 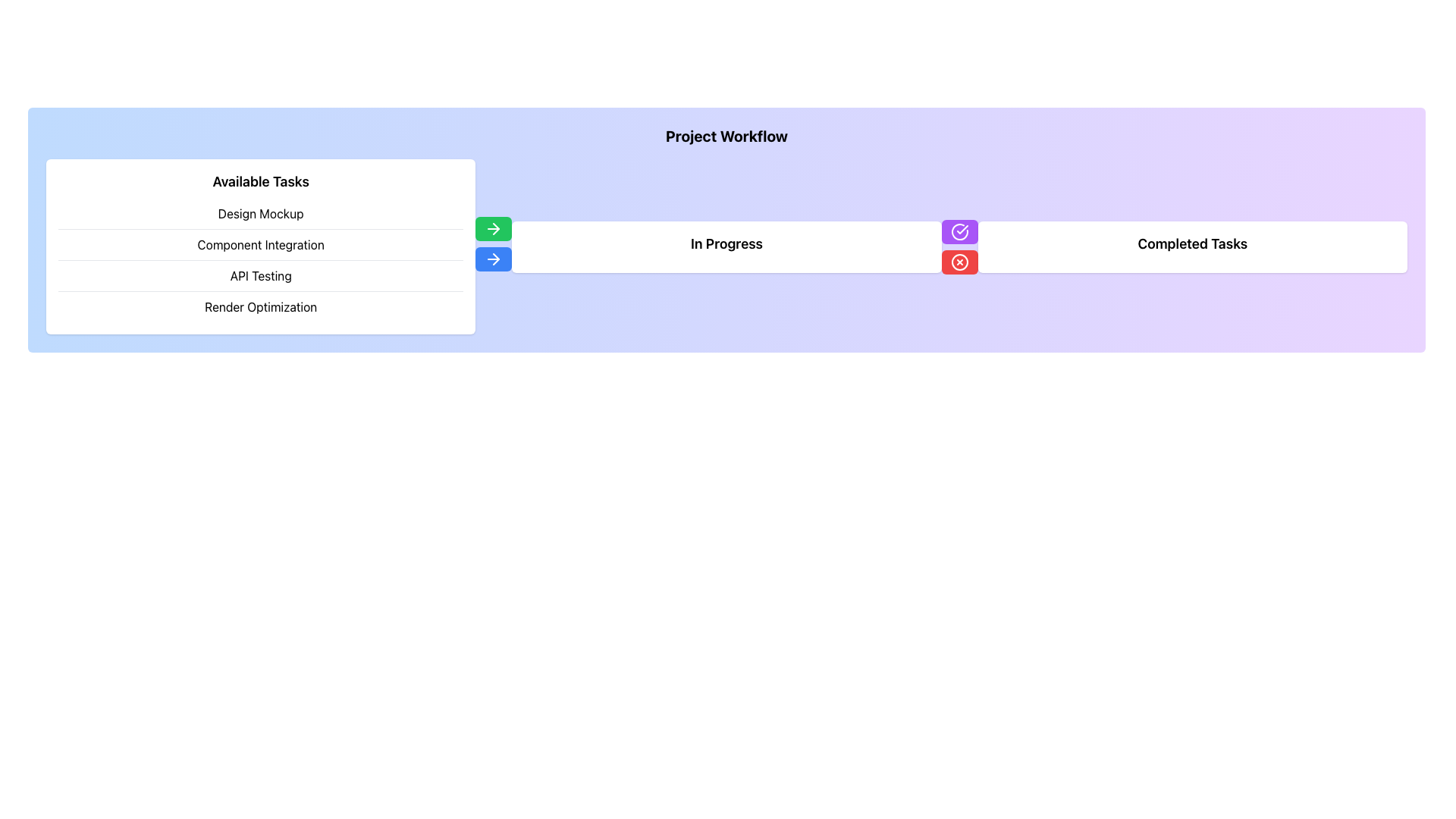 What do you see at coordinates (494, 228) in the screenshot?
I see `the green circular button with a white arrow icon pointing to the right to observe its hover effects` at bounding box center [494, 228].